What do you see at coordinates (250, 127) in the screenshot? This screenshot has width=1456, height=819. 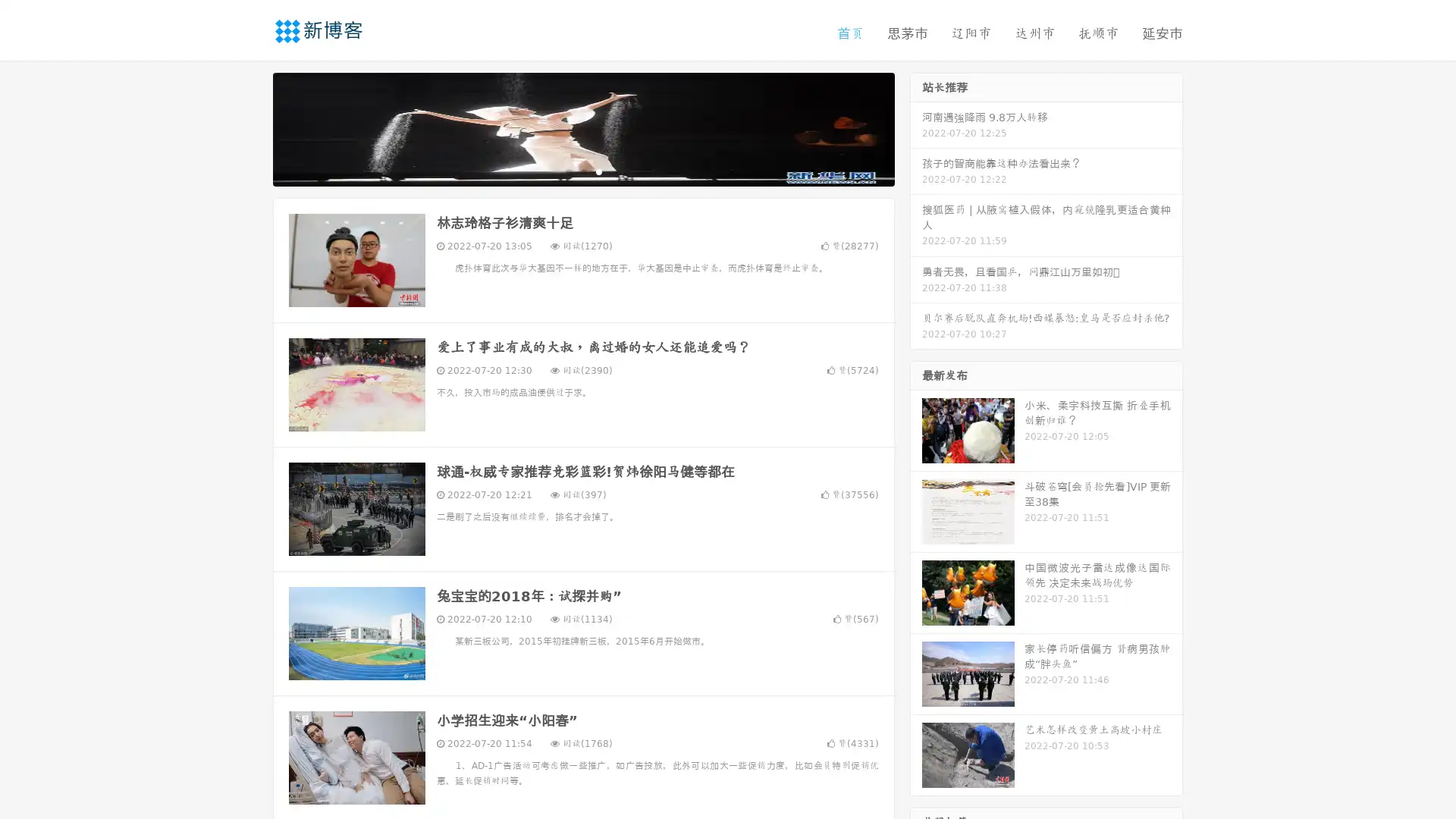 I see `Previous slide` at bounding box center [250, 127].